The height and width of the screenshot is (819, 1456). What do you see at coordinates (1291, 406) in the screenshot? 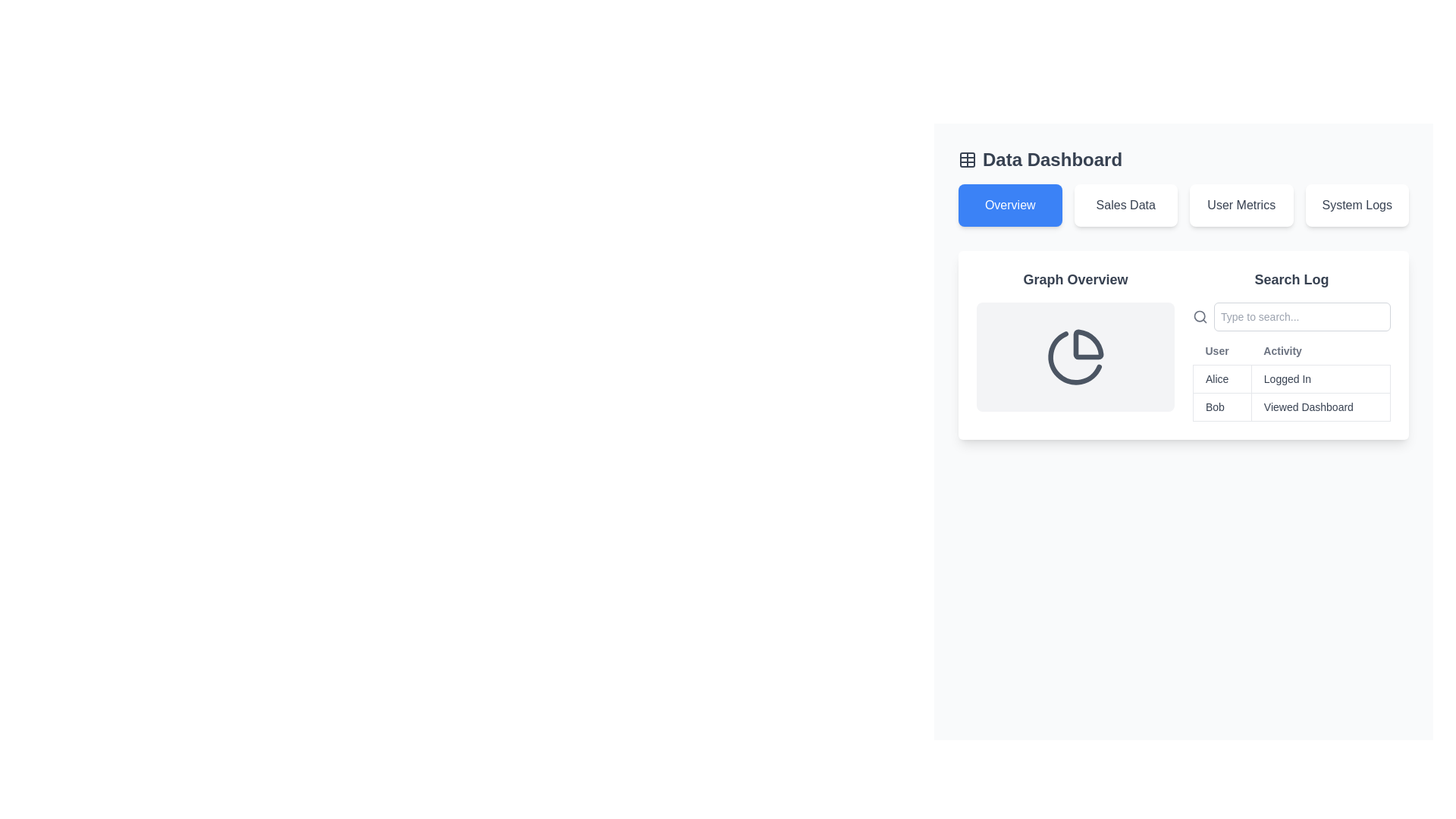
I see `the text 'Viewed Dashboard' in the second row of the search log table under 'Search Log' to initiate possible action` at bounding box center [1291, 406].